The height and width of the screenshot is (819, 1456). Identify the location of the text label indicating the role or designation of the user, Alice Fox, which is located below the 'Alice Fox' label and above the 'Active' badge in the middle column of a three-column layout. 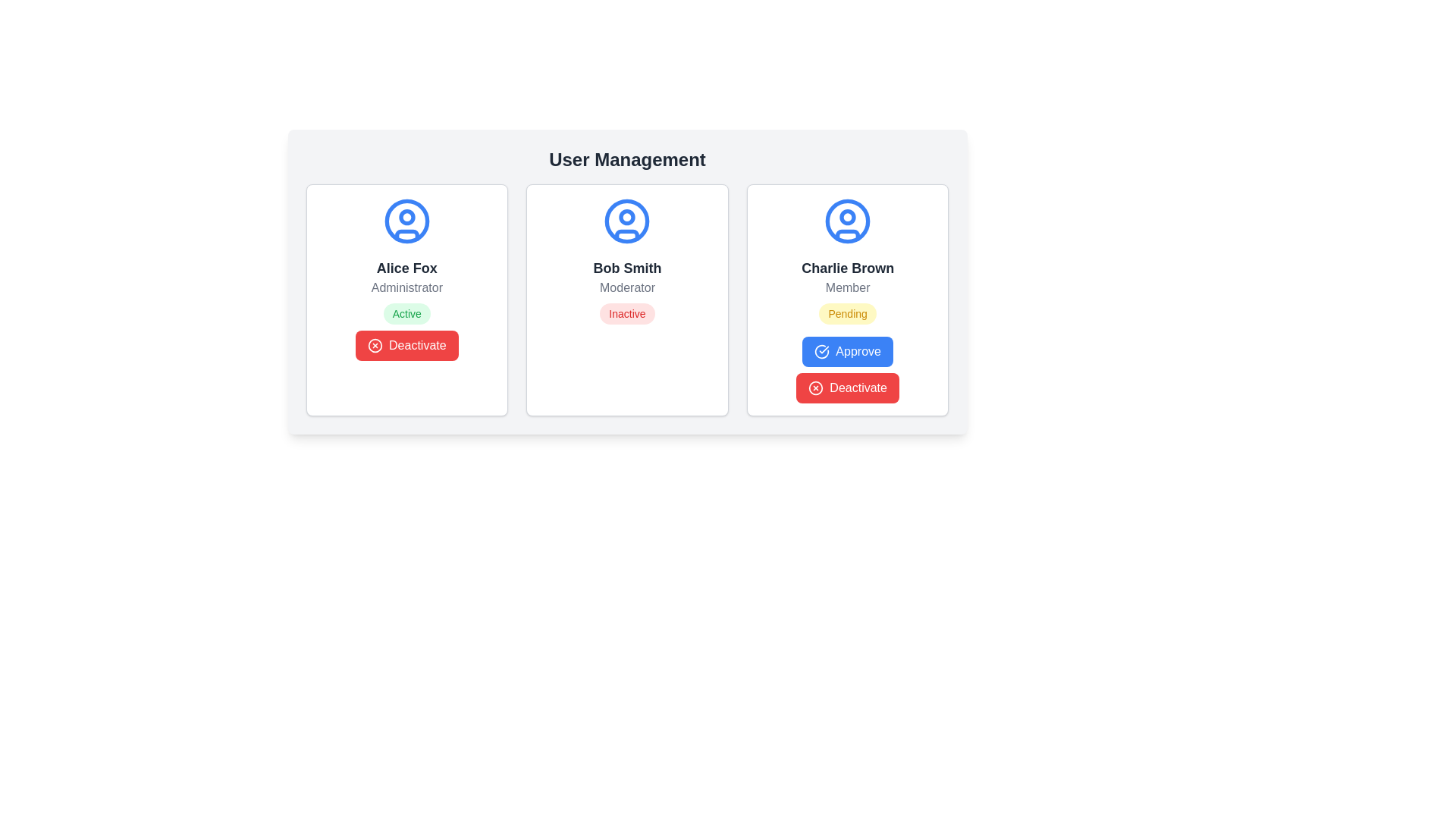
(406, 288).